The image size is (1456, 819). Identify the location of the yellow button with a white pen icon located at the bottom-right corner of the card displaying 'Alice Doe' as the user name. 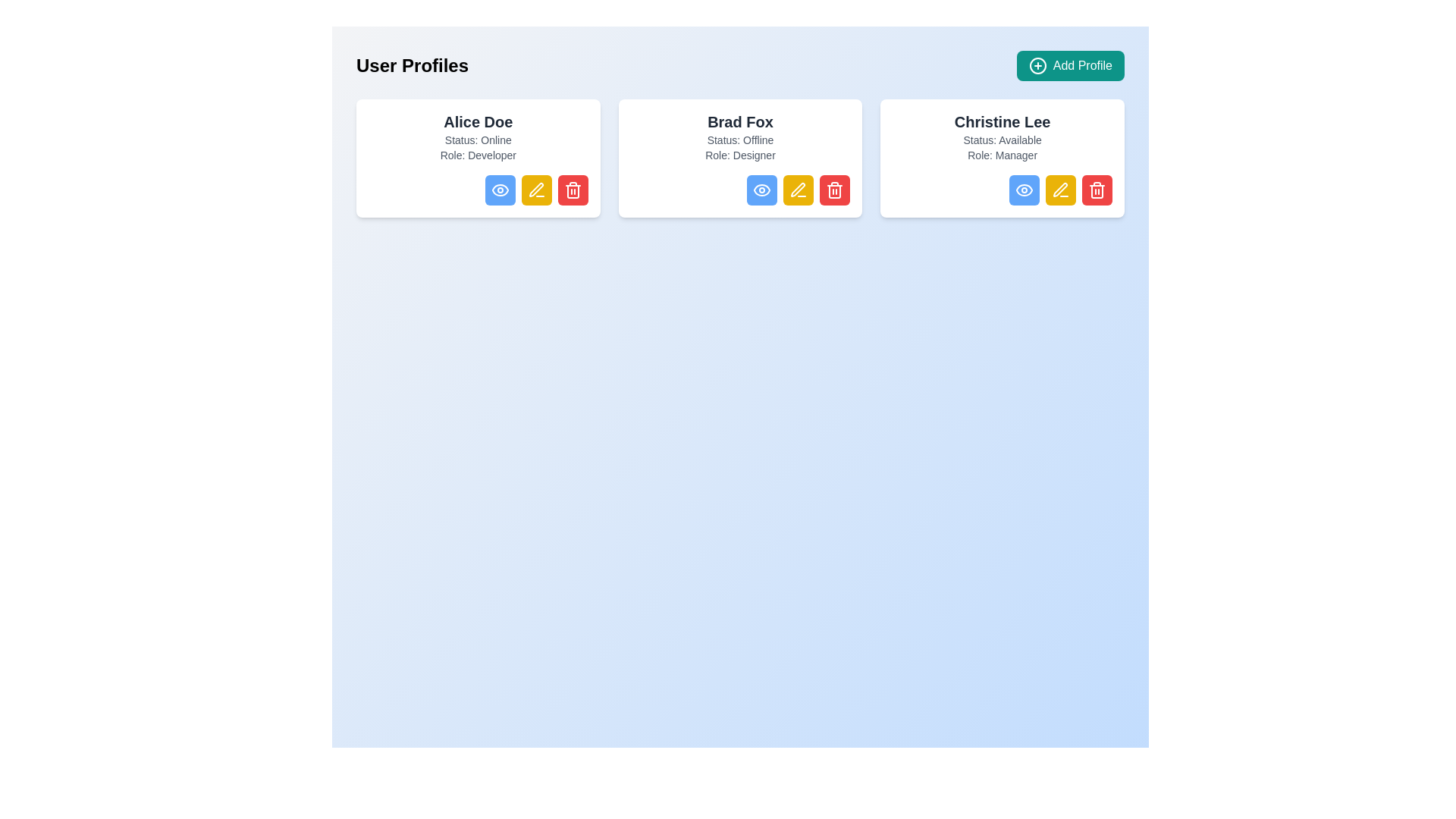
(536, 189).